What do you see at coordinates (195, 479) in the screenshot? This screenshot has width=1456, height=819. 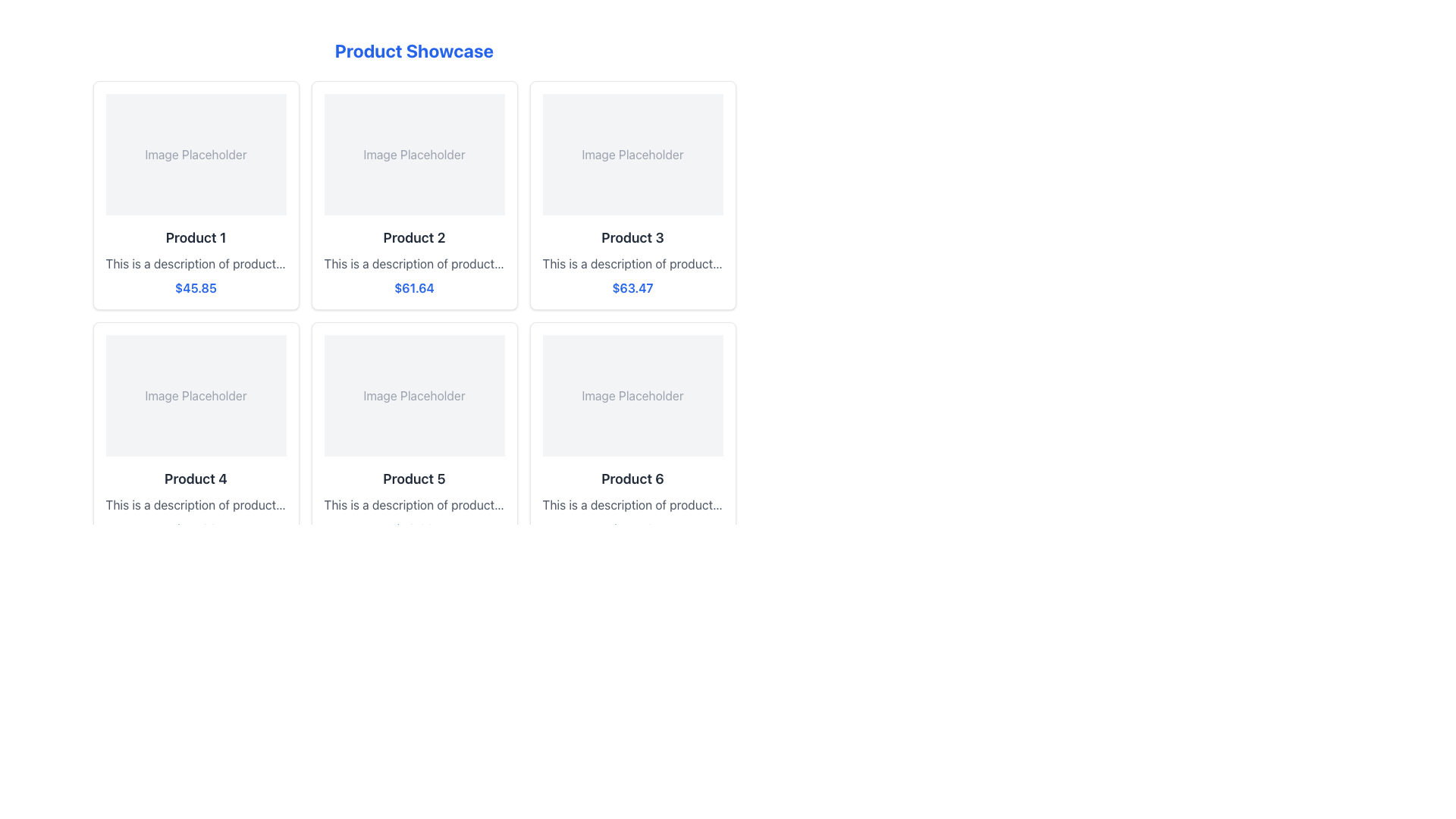 I see `the text label stating 'Product 4'` at bounding box center [195, 479].